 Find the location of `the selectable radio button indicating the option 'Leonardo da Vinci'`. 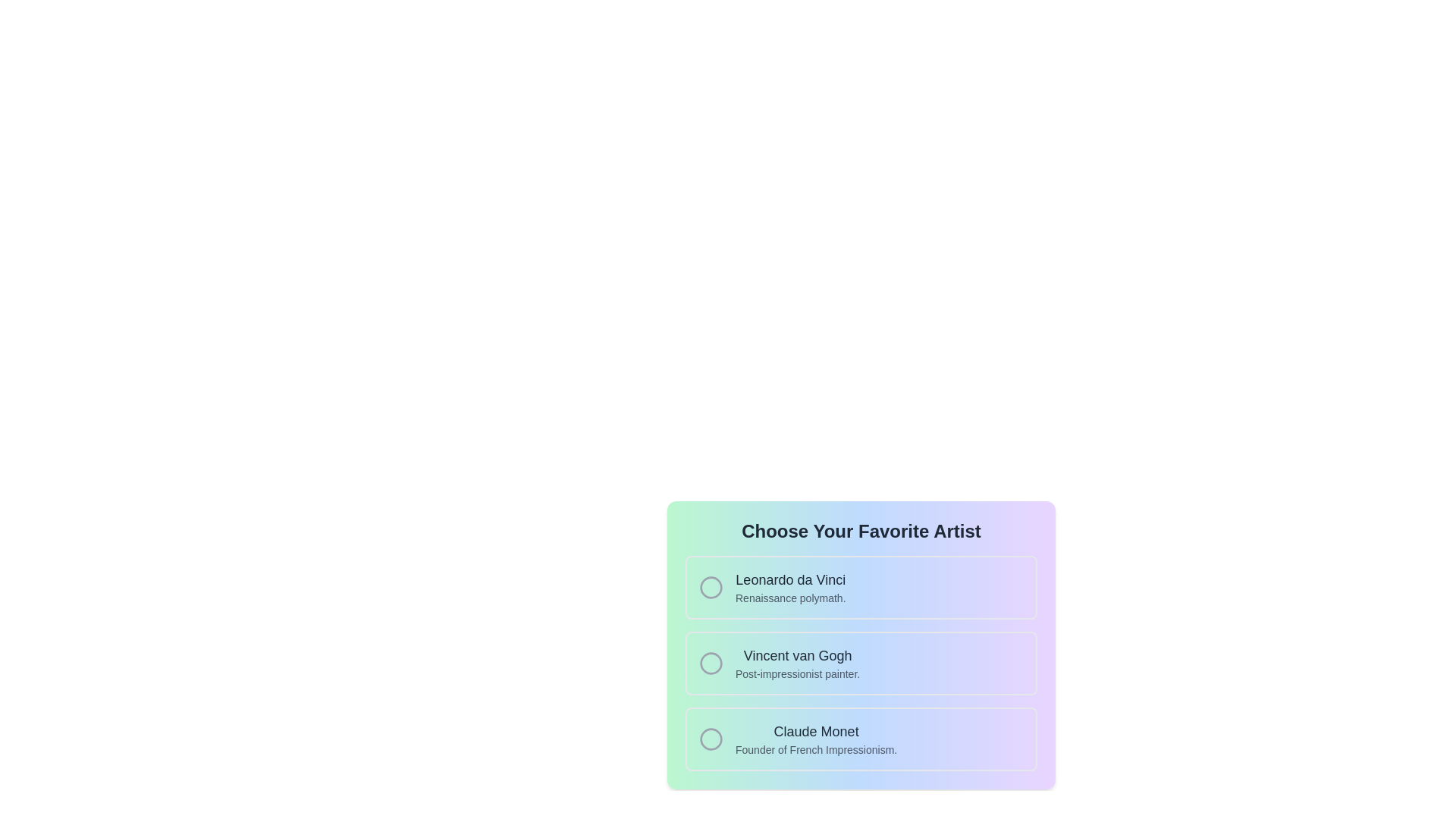

the selectable radio button indicating the option 'Leonardo da Vinci' is located at coordinates (710, 587).